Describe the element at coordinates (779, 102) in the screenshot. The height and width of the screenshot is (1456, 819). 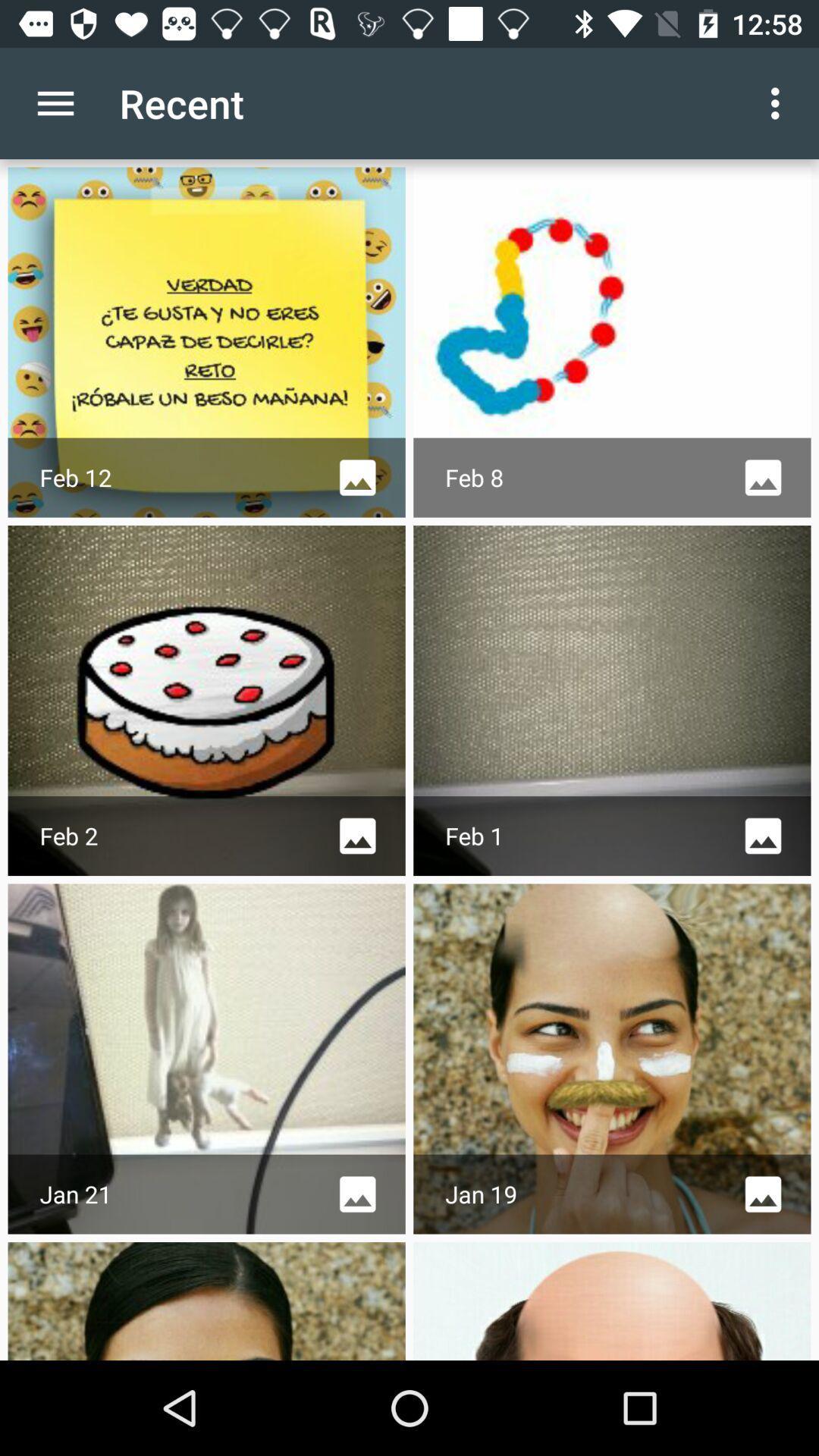
I see `icon next to the recent` at that location.